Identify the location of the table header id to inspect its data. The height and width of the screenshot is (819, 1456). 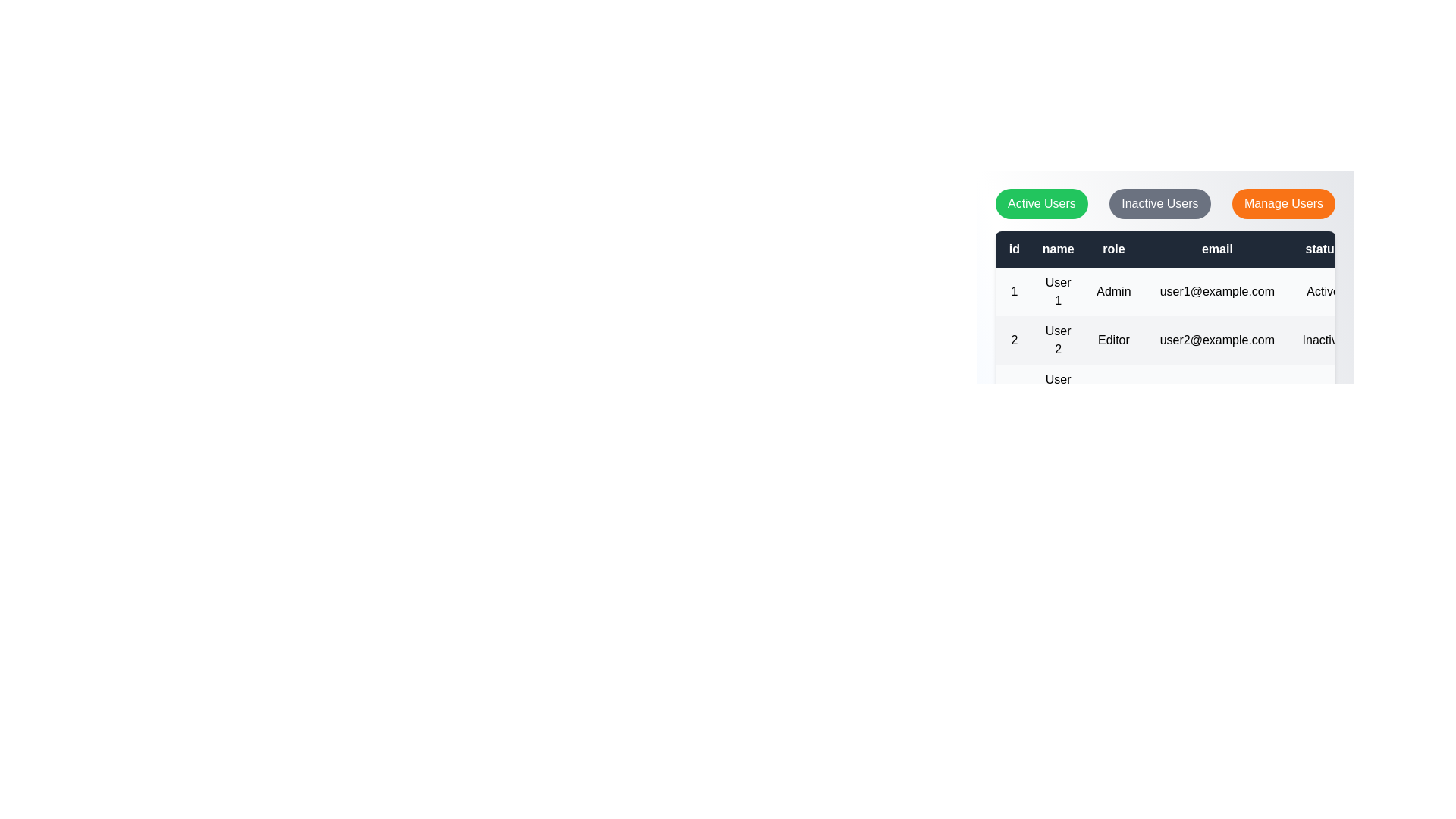
(1014, 248).